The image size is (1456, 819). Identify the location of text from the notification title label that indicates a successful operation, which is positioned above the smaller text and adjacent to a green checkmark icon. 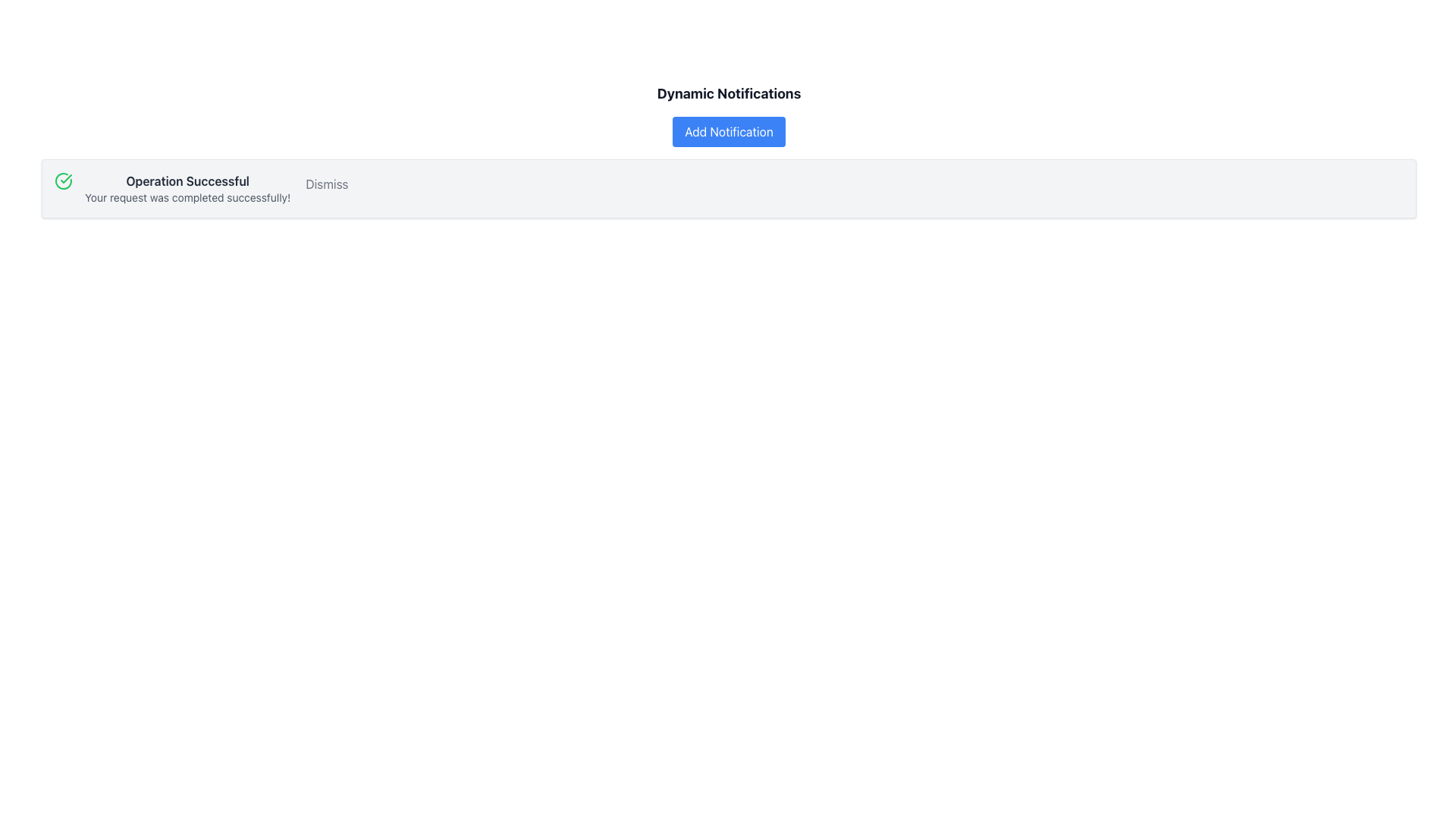
(187, 180).